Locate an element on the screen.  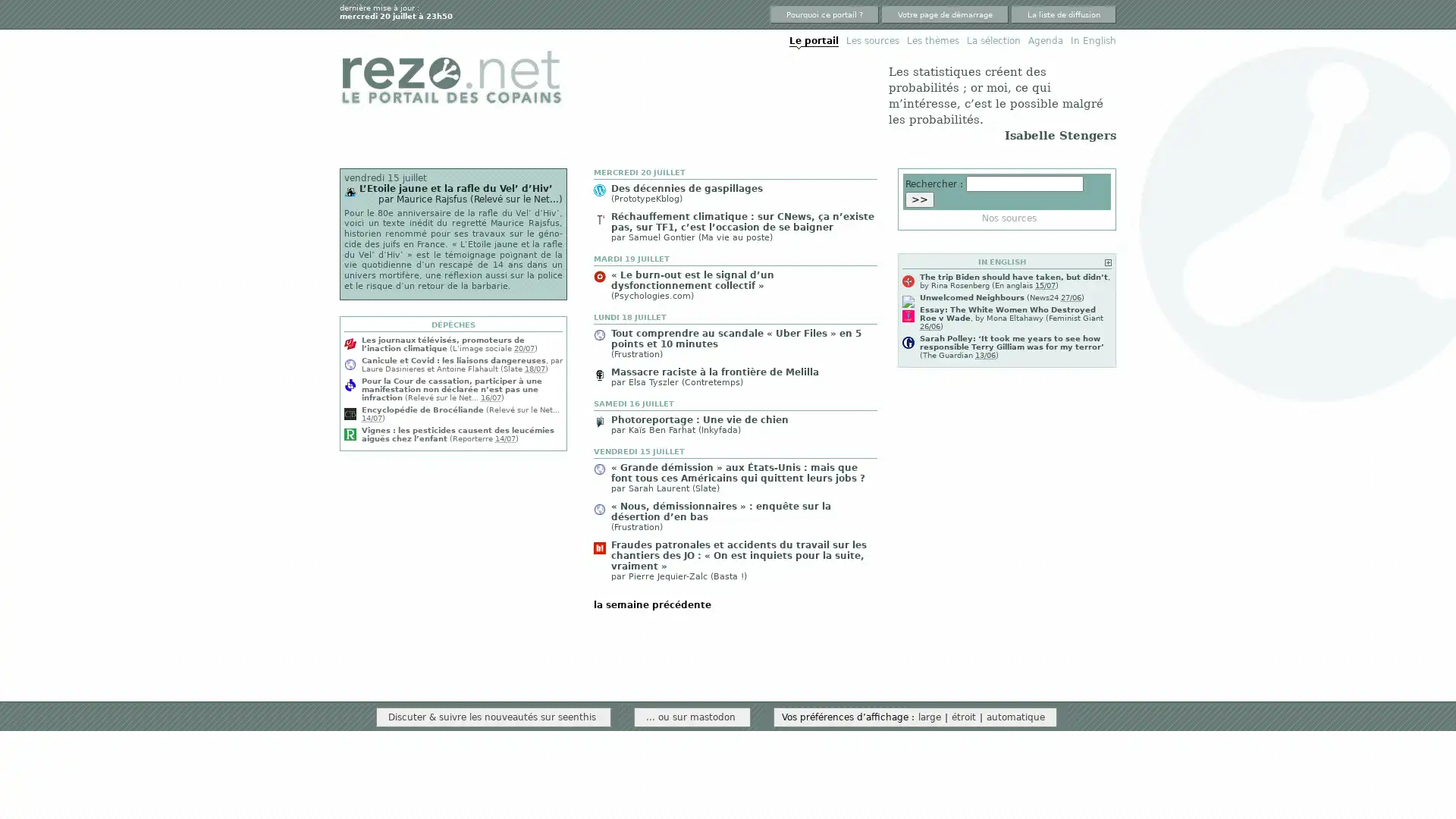
>> is located at coordinates (919, 198).